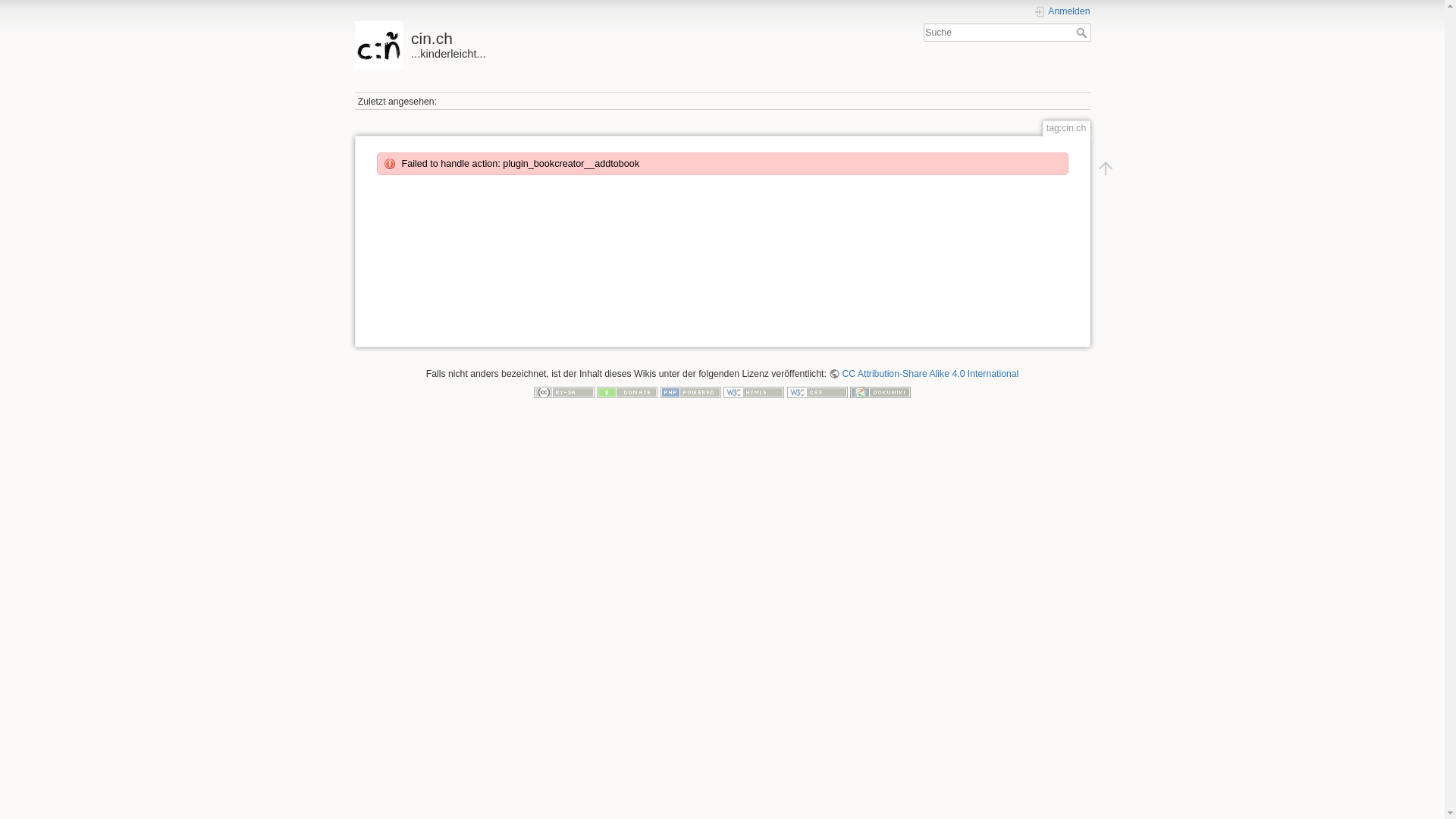 The image size is (1456, 819). What do you see at coordinates (753, 391) in the screenshot?
I see `'Valid HTML5'` at bounding box center [753, 391].